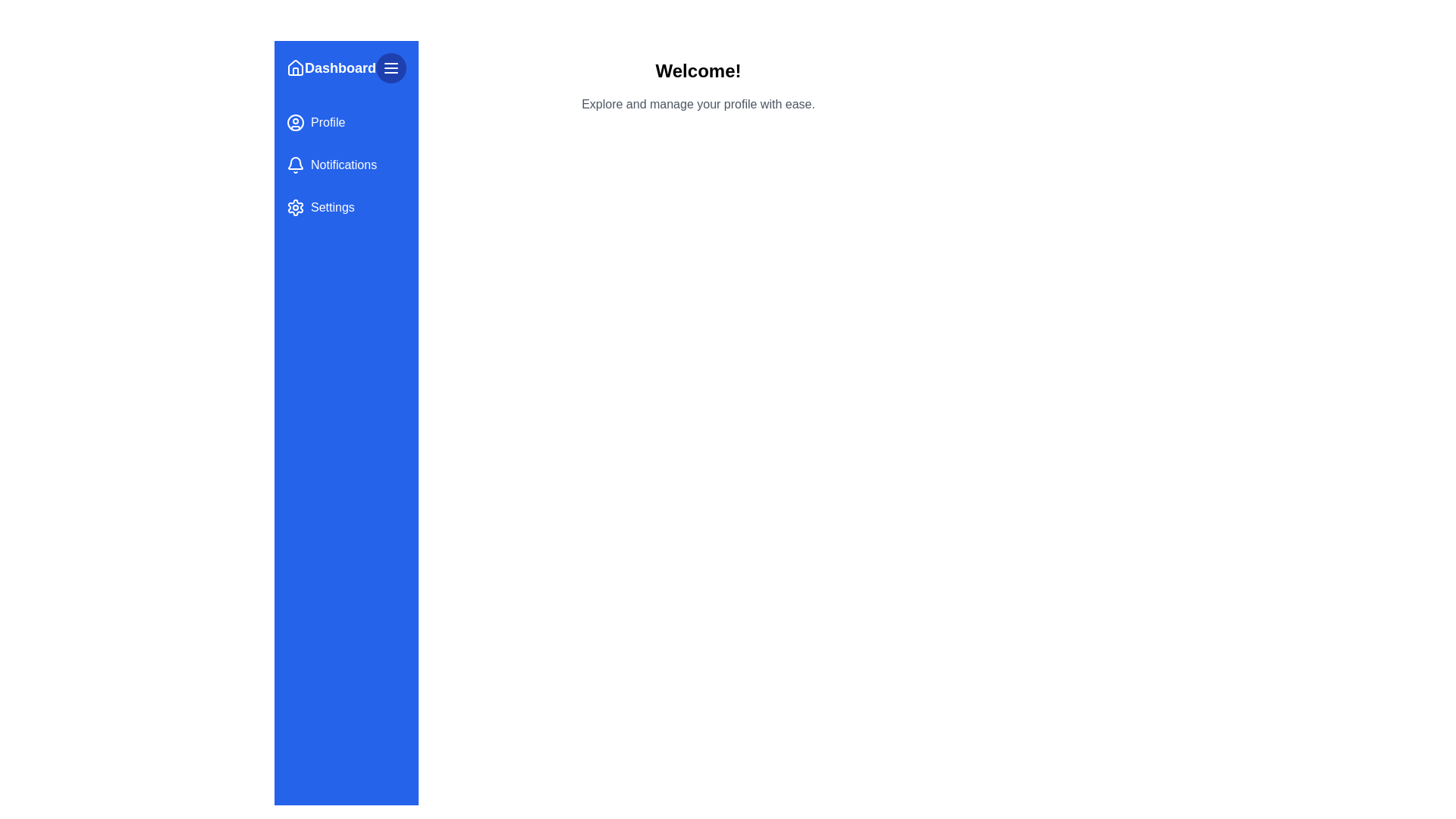  What do you see at coordinates (331, 207) in the screenshot?
I see `the 'Settings' label in the blue vertical navigation menu, which is the fourth option below 'Dashboard', 'Profile', and 'Notifications', and is accompanied by a settings gear icon` at bounding box center [331, 207].